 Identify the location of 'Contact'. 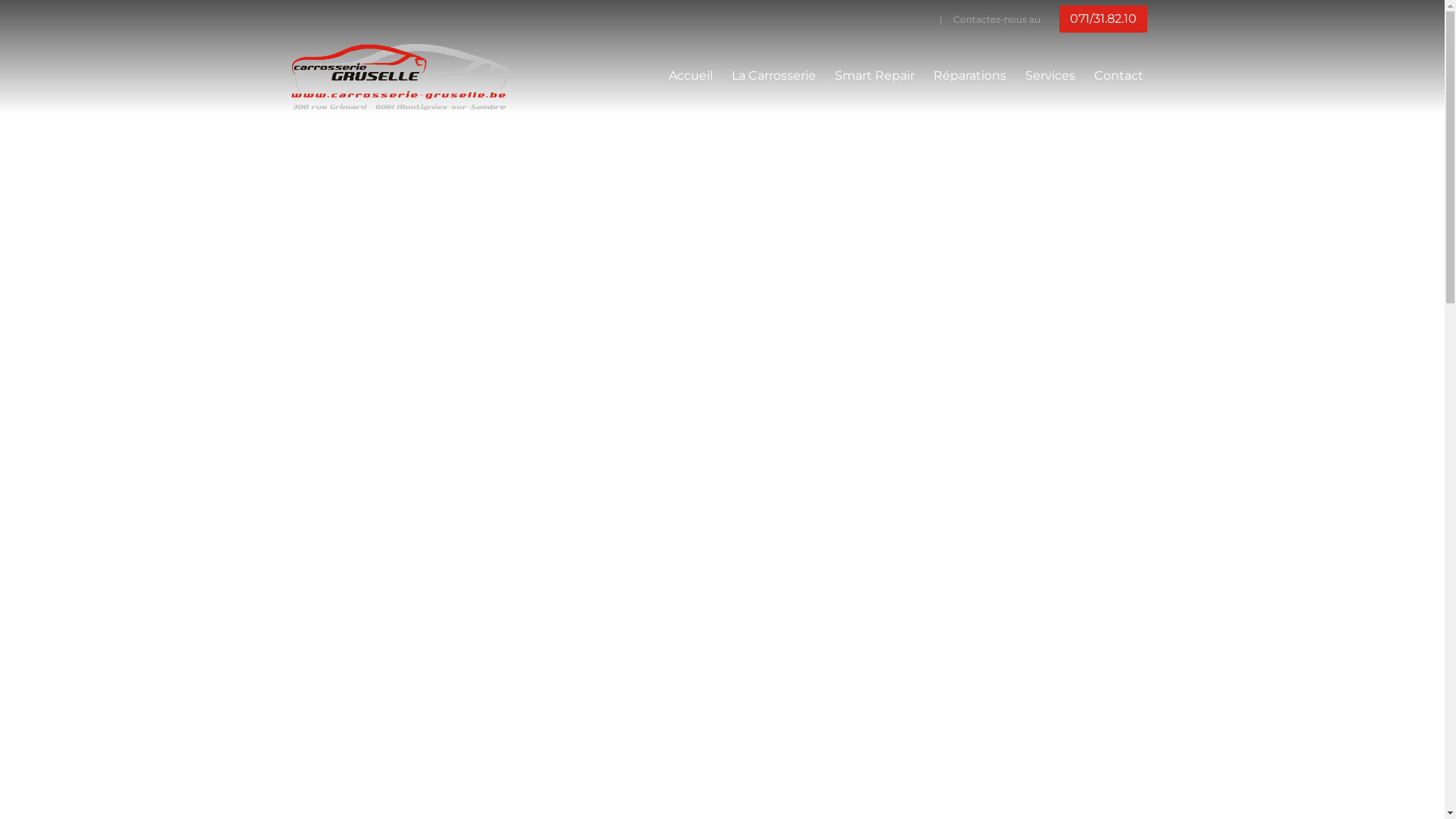
(1118, 76).